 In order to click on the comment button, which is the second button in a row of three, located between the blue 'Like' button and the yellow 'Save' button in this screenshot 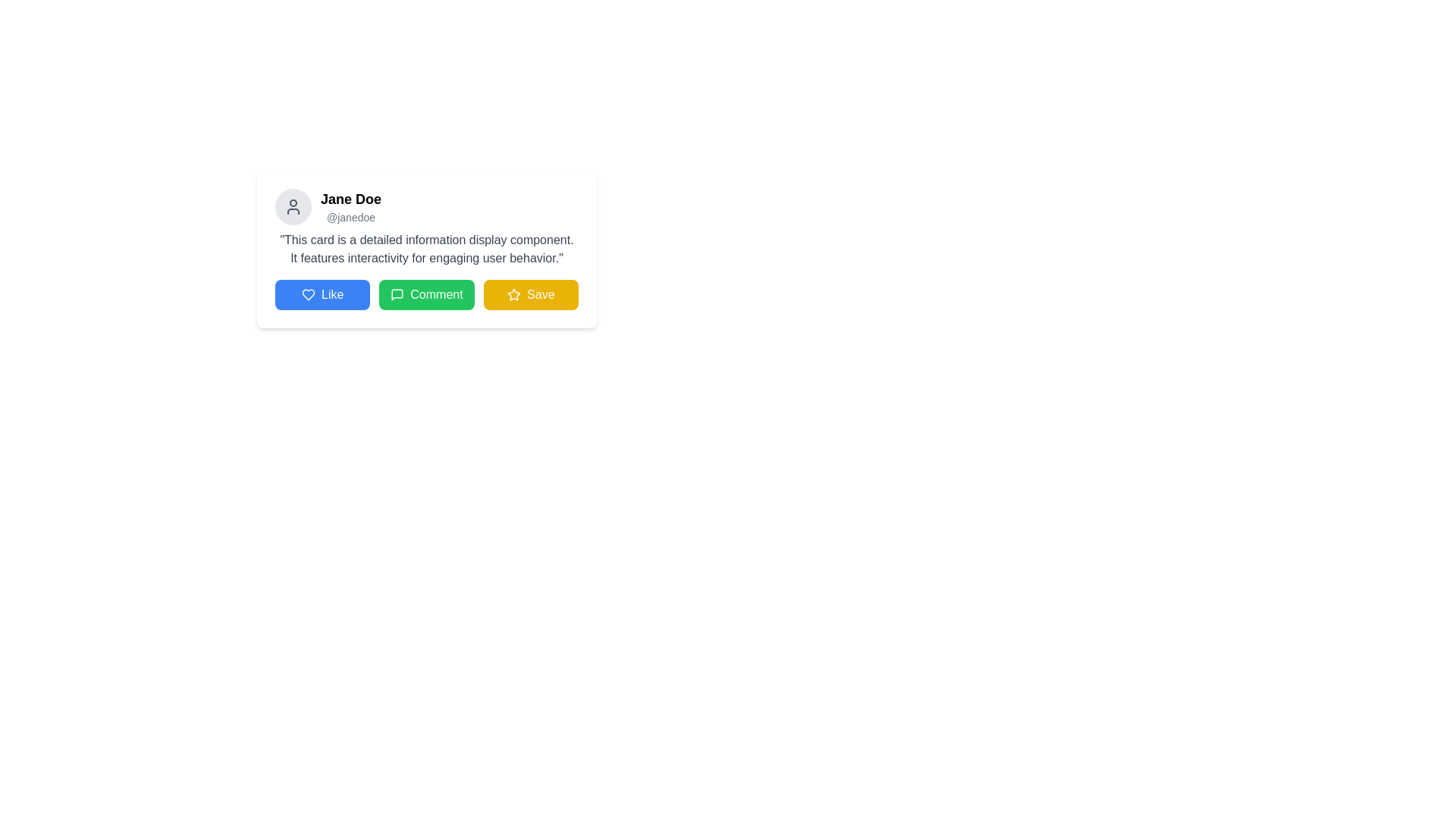, I will do `click(425, 295)`.